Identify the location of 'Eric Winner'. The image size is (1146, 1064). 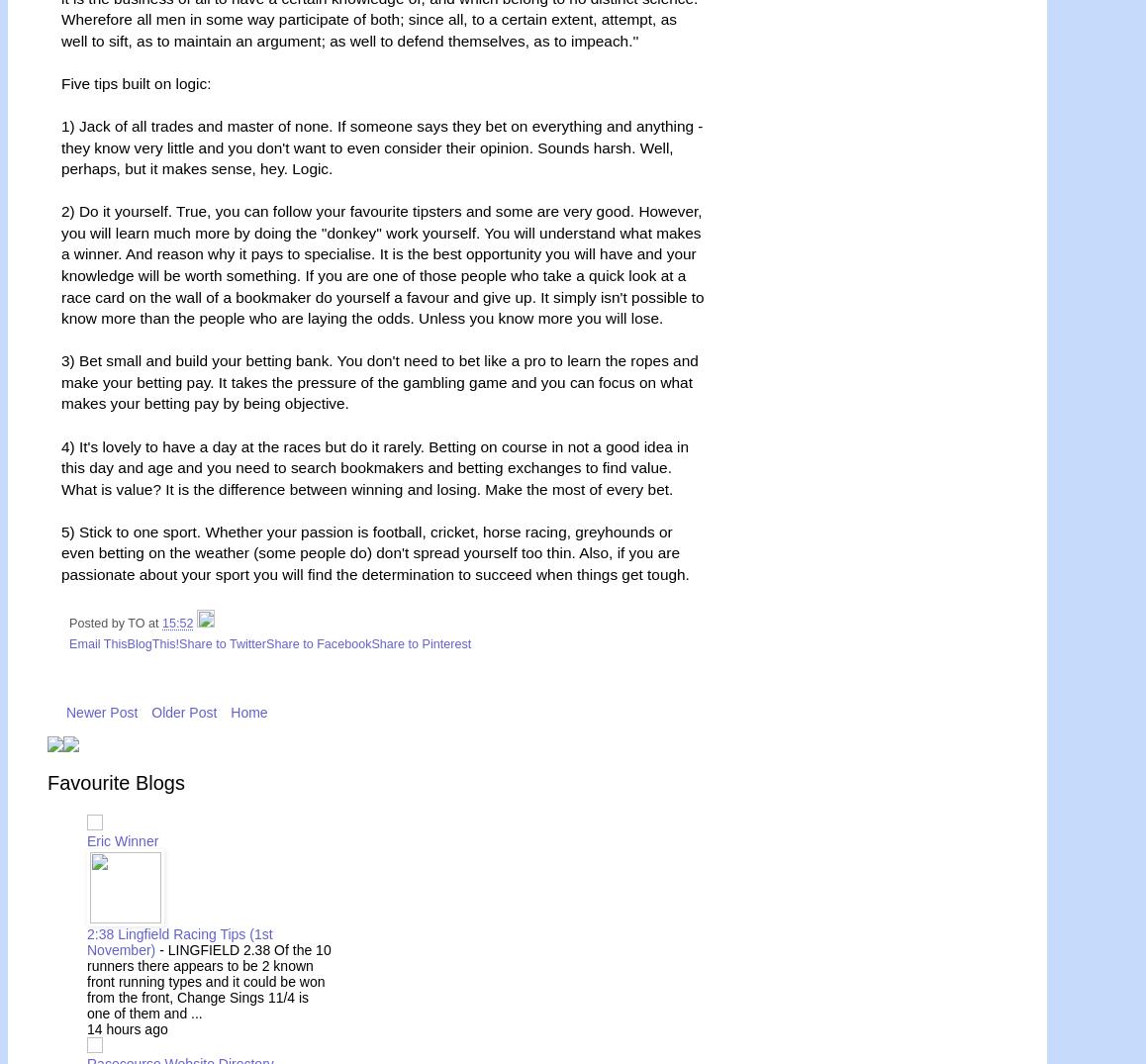
(122, 840).